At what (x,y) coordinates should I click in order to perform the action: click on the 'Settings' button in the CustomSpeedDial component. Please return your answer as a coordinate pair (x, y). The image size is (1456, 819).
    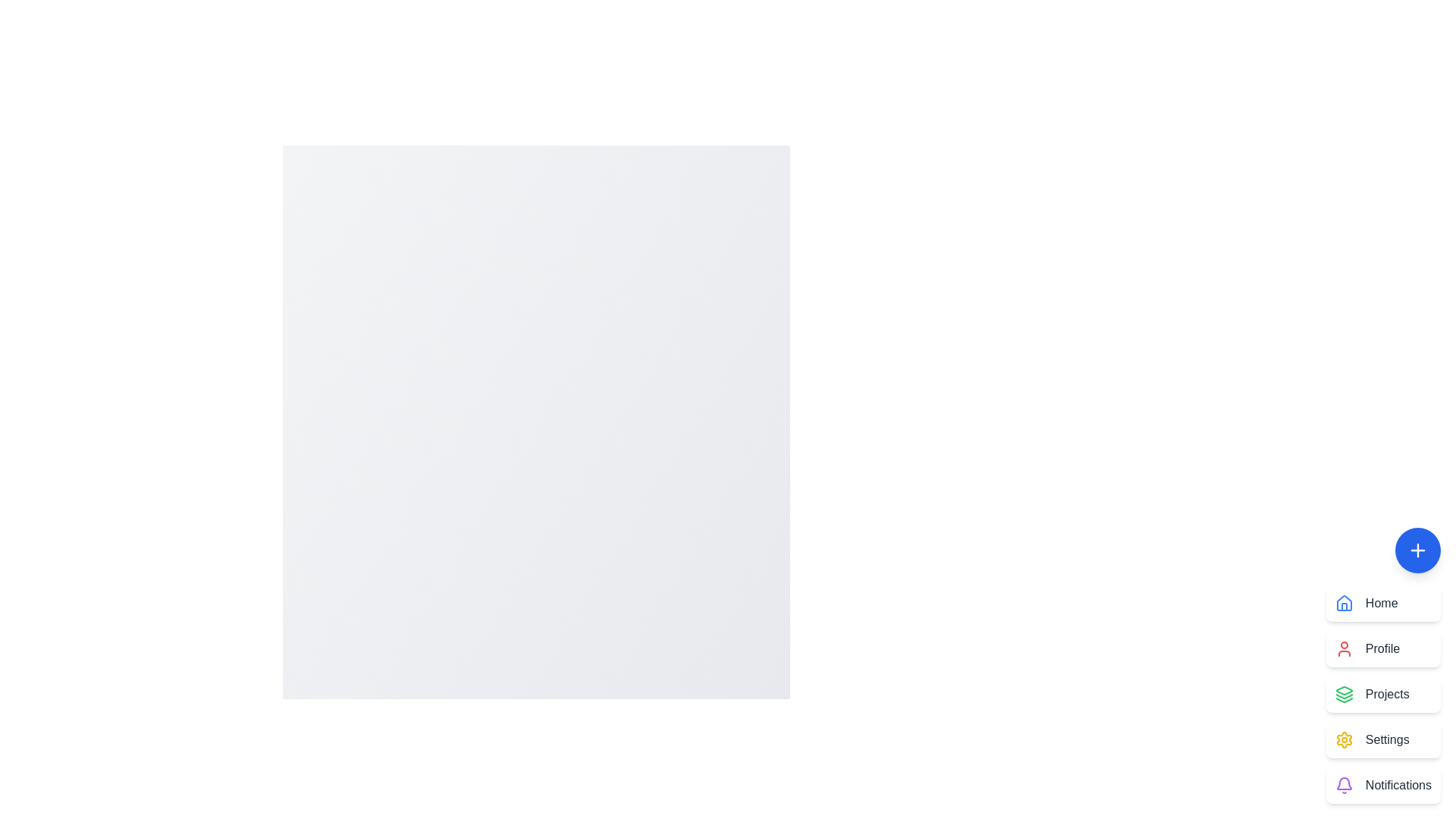
    Looking at the image, I should click on (1383, 739).